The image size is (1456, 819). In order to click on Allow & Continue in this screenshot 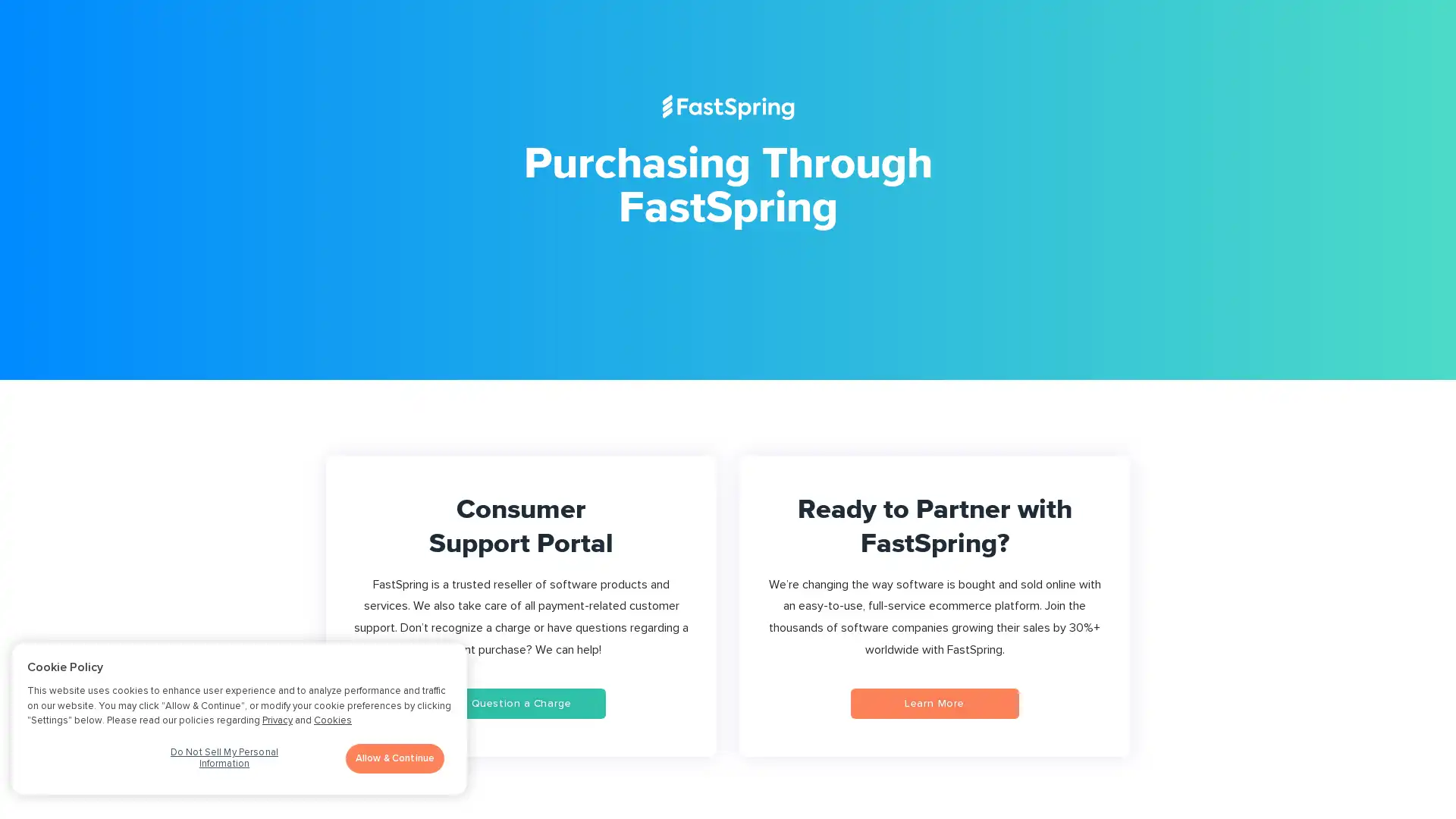, I will do `click(395, 758)`.